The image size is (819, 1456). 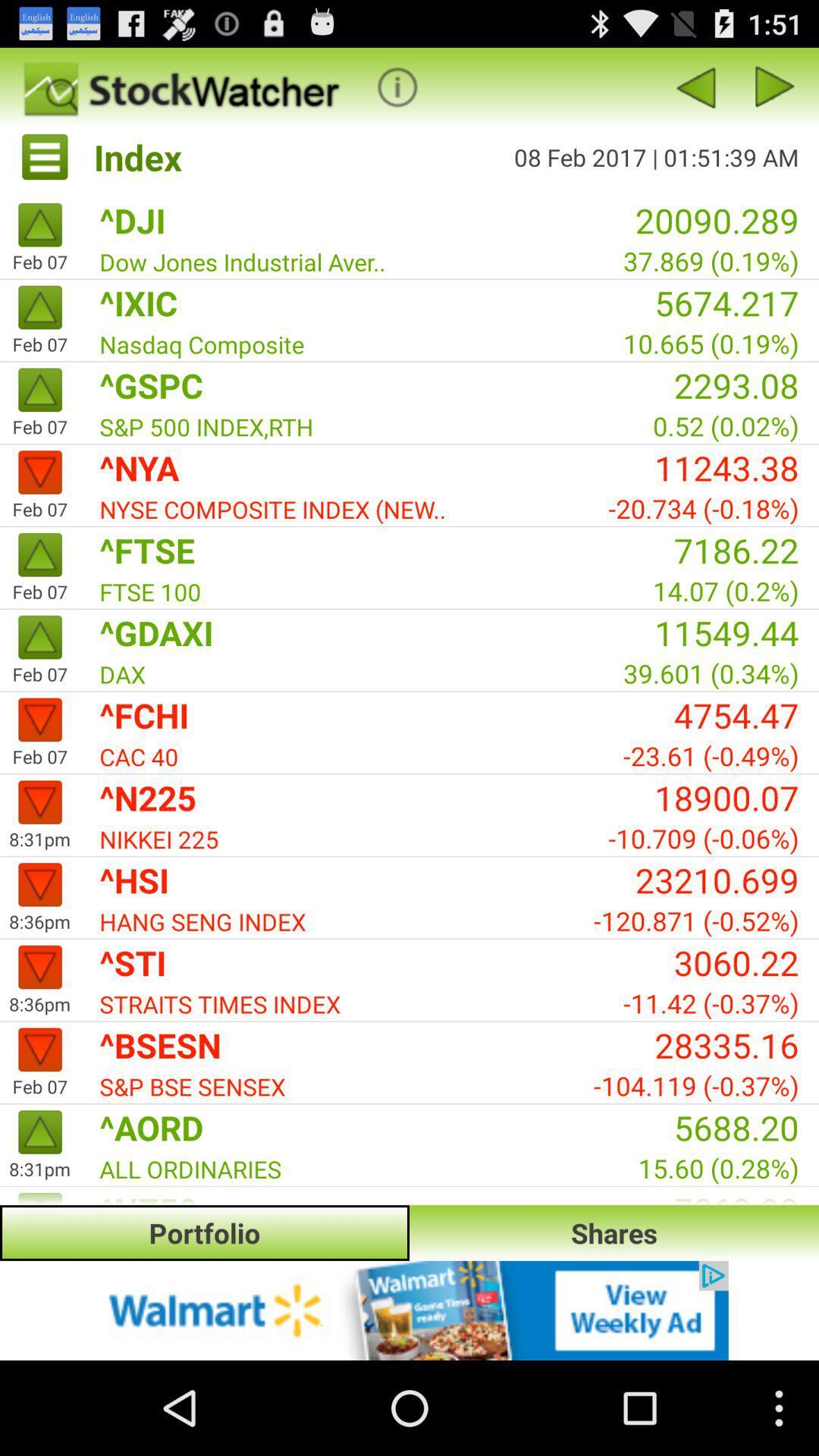 I want to click on lest, so click(x=775, y=86).